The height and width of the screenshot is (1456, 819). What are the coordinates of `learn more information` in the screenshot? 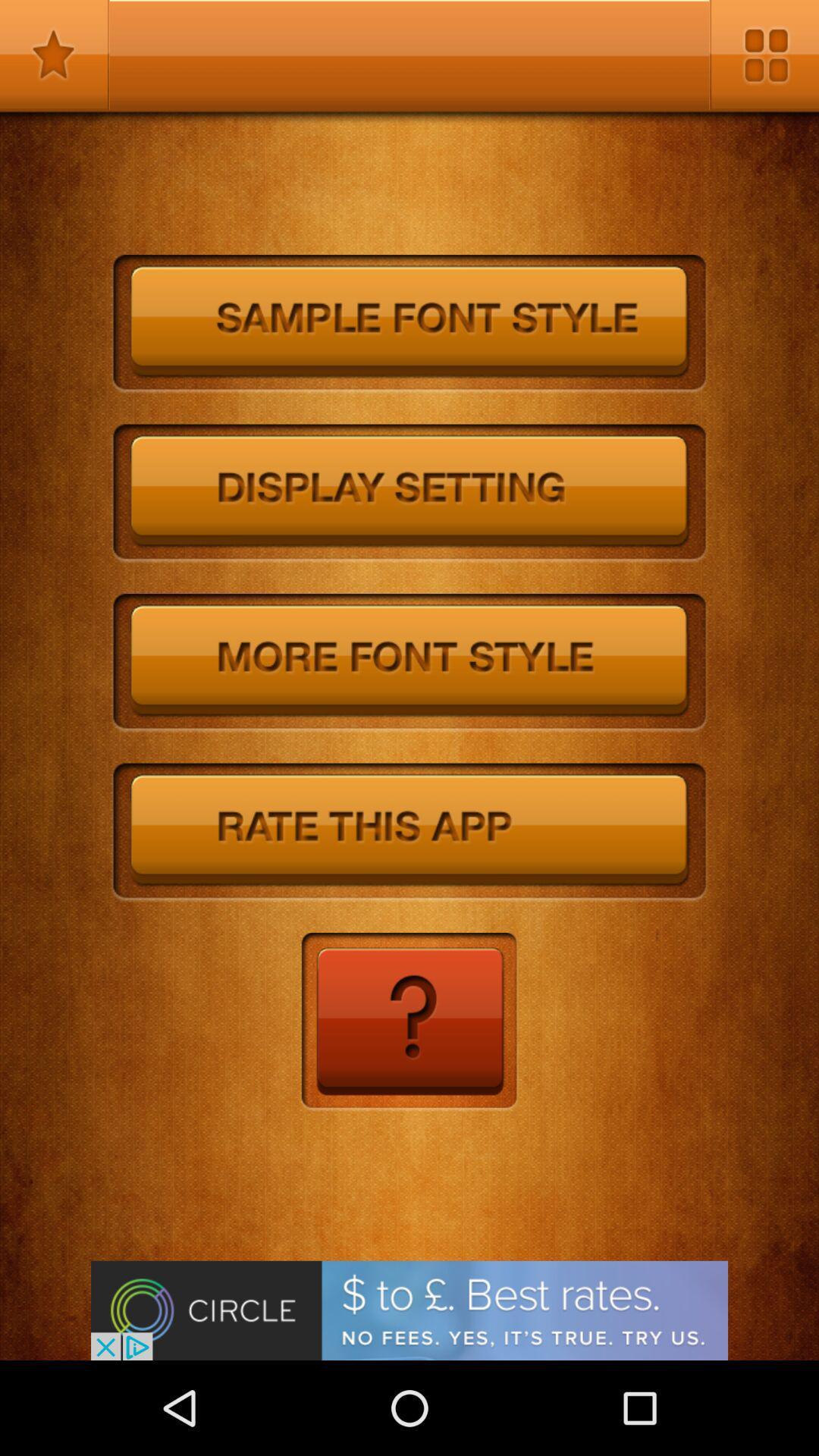 It's located at (408, 1022).